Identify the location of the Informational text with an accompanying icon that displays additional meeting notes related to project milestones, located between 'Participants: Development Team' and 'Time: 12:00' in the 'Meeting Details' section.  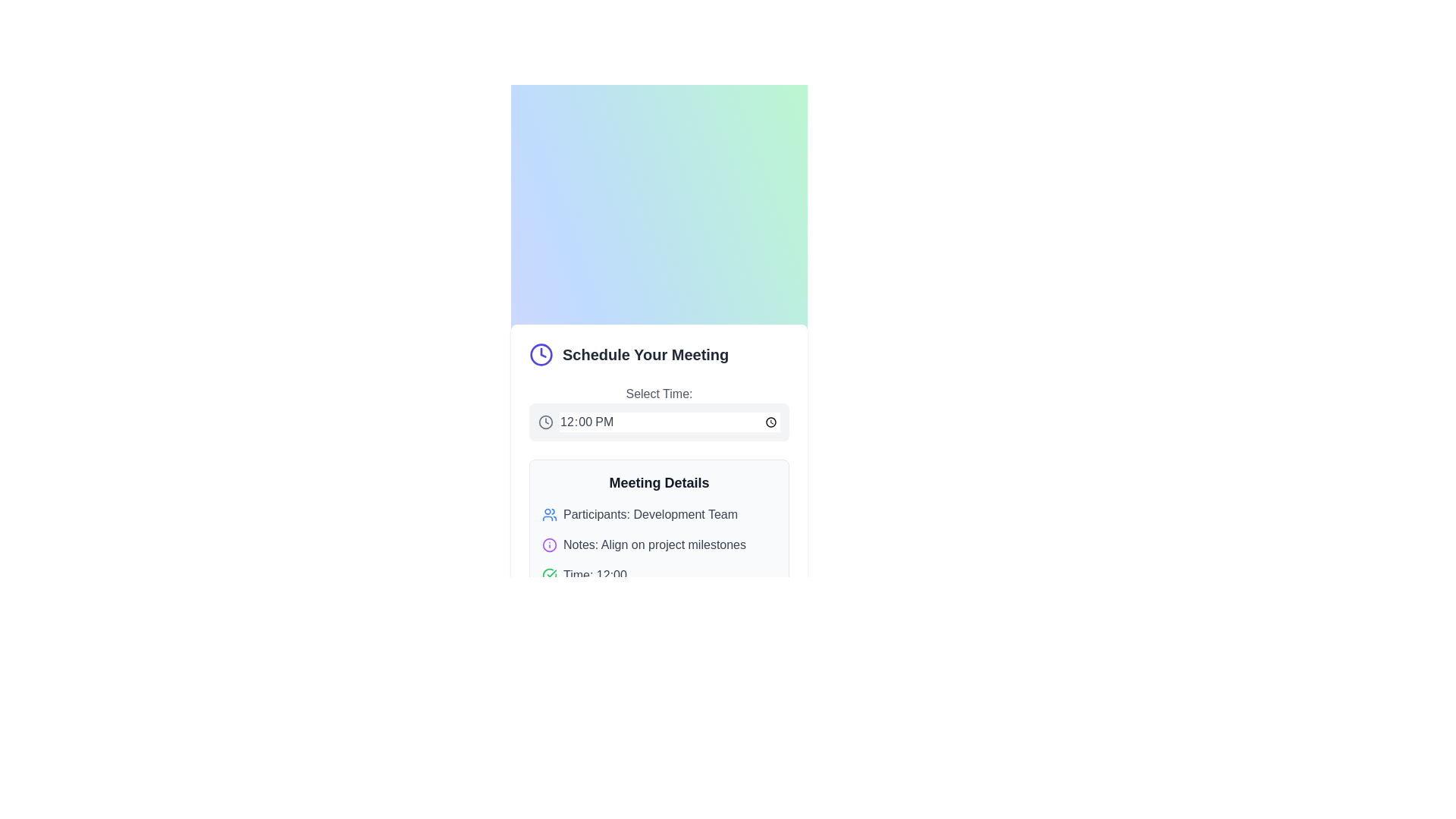
(659, 544).